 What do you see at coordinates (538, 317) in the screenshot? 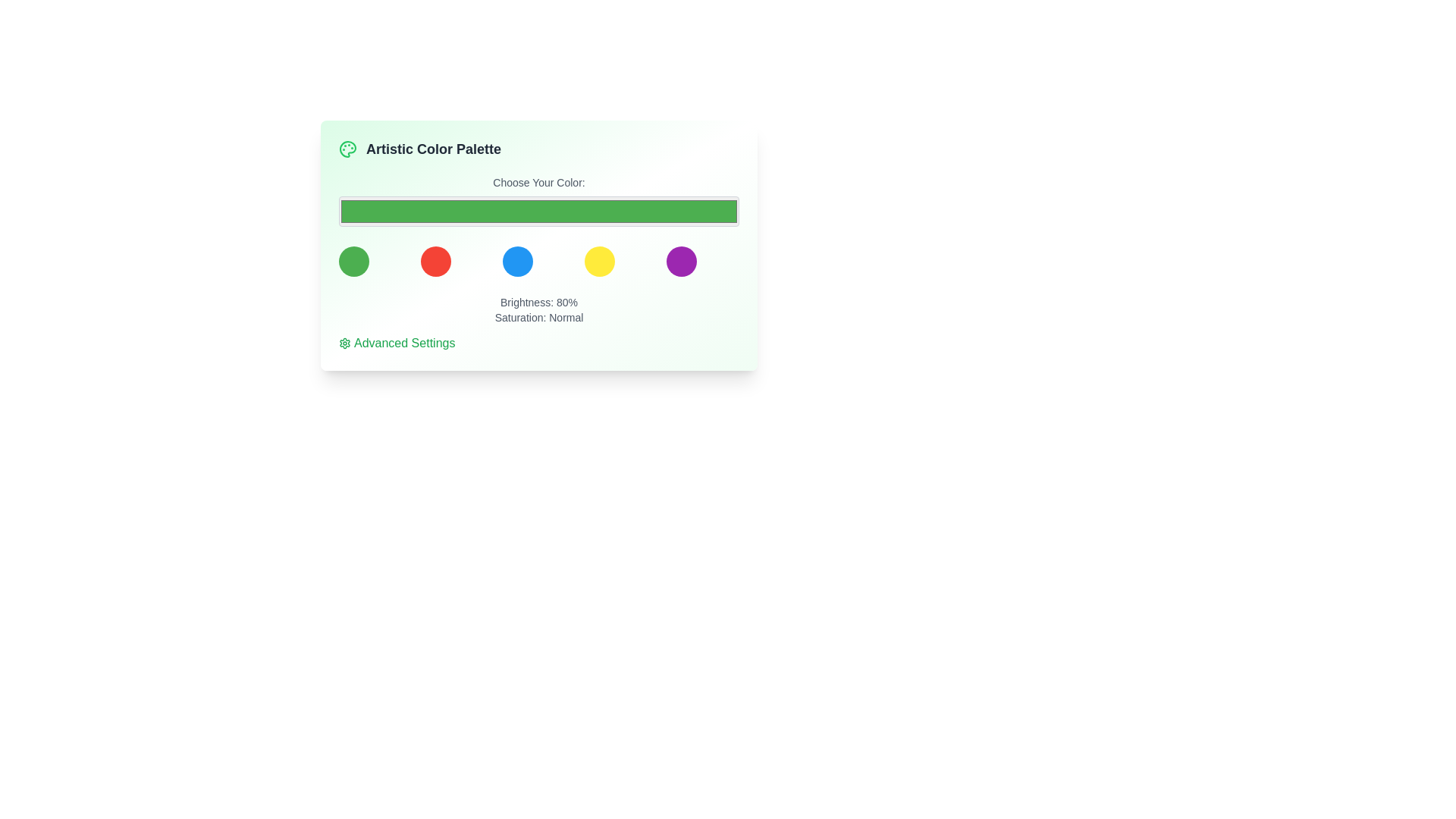
I see `the text label displaying 'Saturation: Normal' which is styled in gray and located below 'Brightness: 80%' in the artistic color palette interface` at bounding box center [538, 317].